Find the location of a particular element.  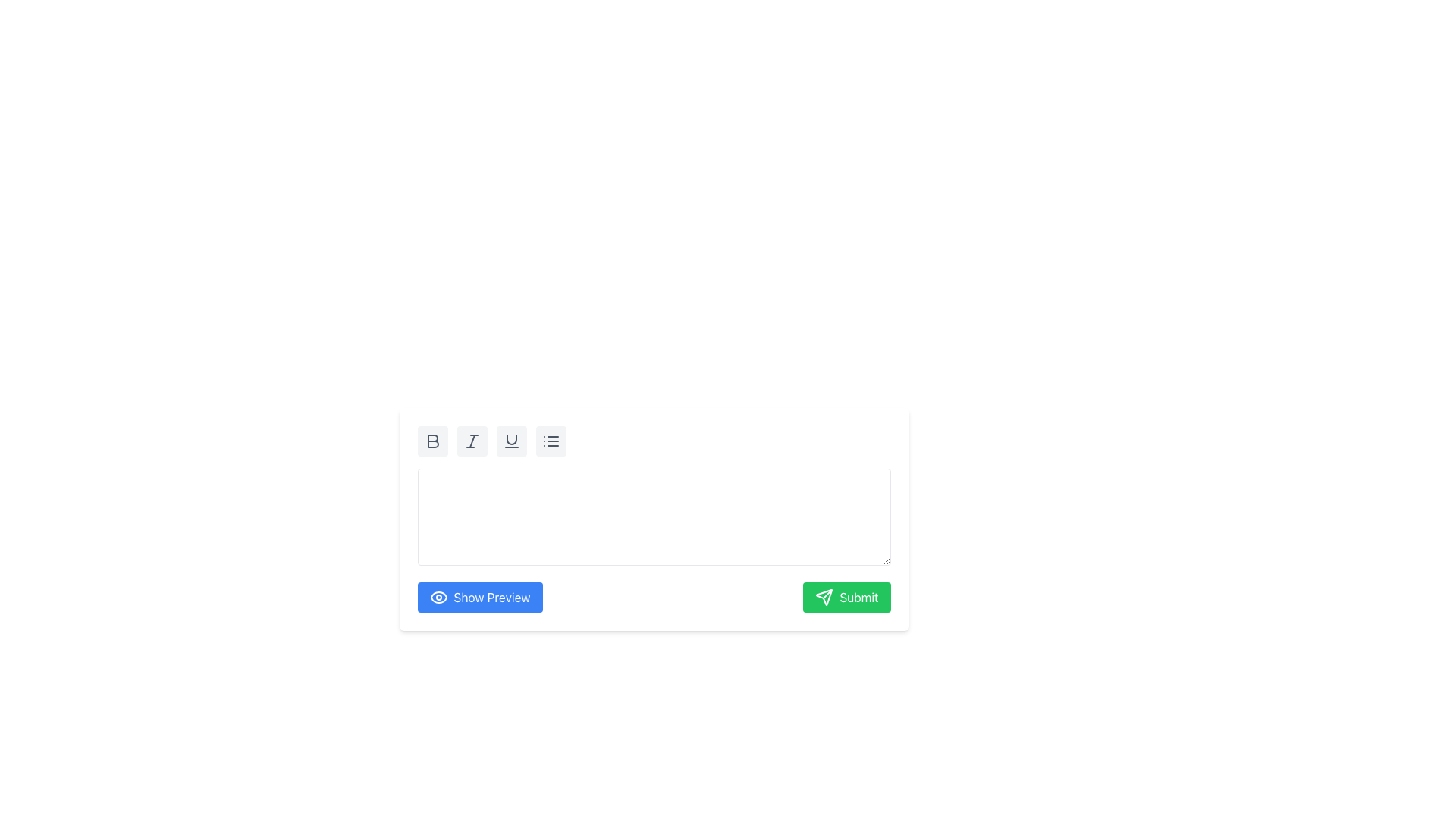

the rightmost button in the toolbar with a light gray background and text alignment icon is located at coordinates (550, 441).